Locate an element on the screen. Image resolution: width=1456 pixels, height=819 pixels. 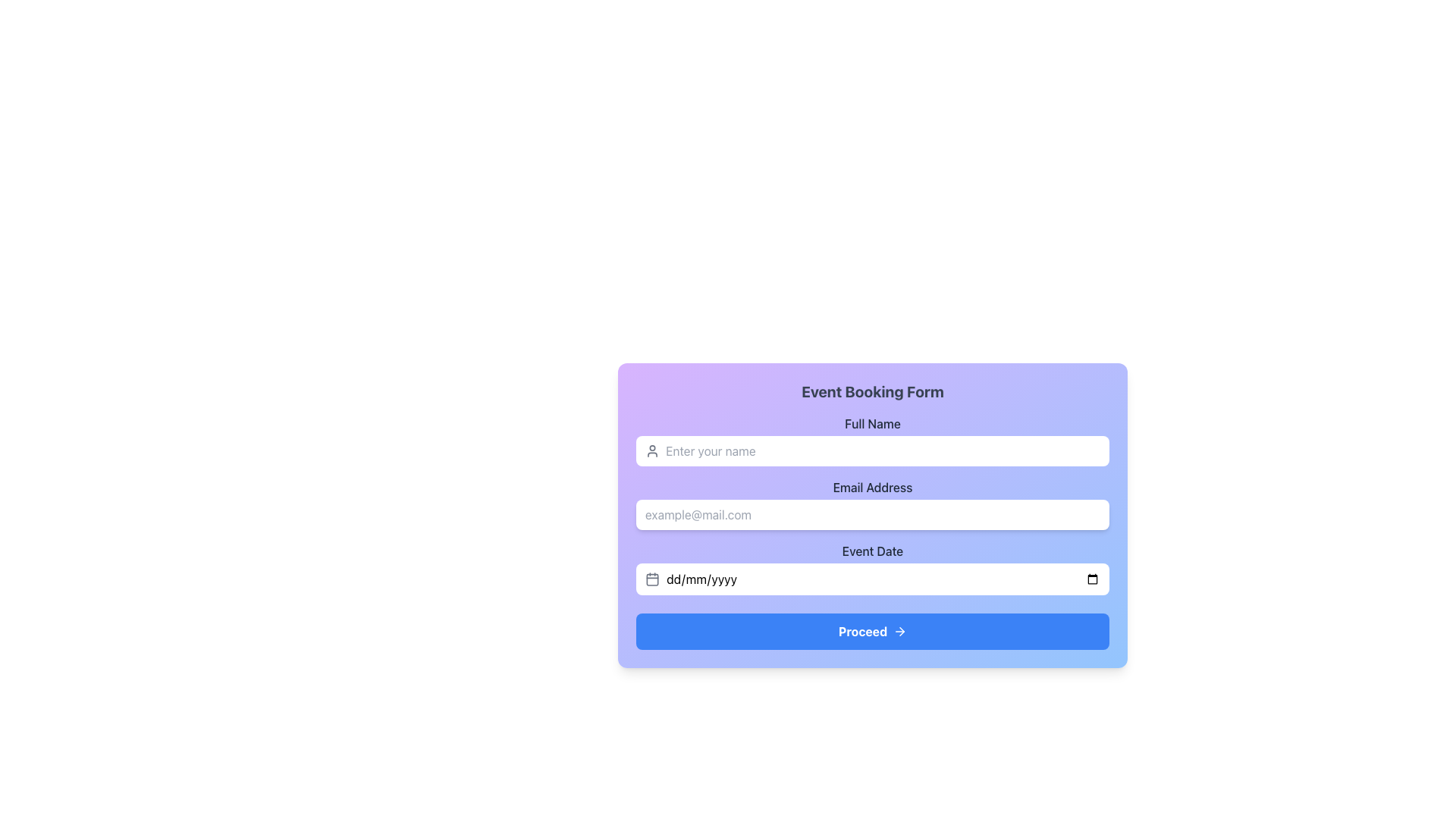
text label that provides context for the date input field located in the third row of the form, directly above it is located at coordinates (873, 551).